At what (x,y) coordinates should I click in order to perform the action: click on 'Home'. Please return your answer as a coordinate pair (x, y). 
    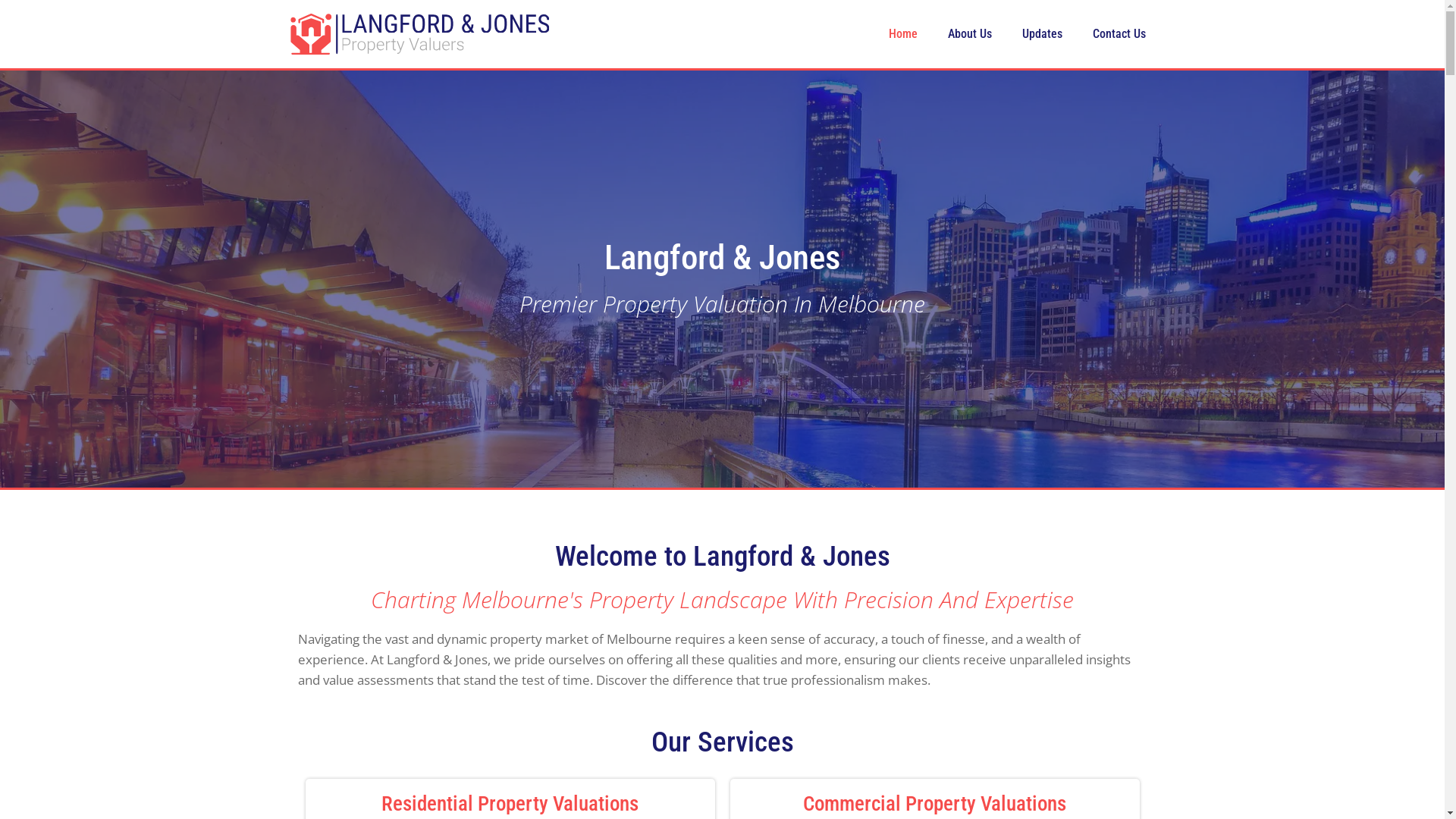
    Looking at the image, I should click on (902, 34).